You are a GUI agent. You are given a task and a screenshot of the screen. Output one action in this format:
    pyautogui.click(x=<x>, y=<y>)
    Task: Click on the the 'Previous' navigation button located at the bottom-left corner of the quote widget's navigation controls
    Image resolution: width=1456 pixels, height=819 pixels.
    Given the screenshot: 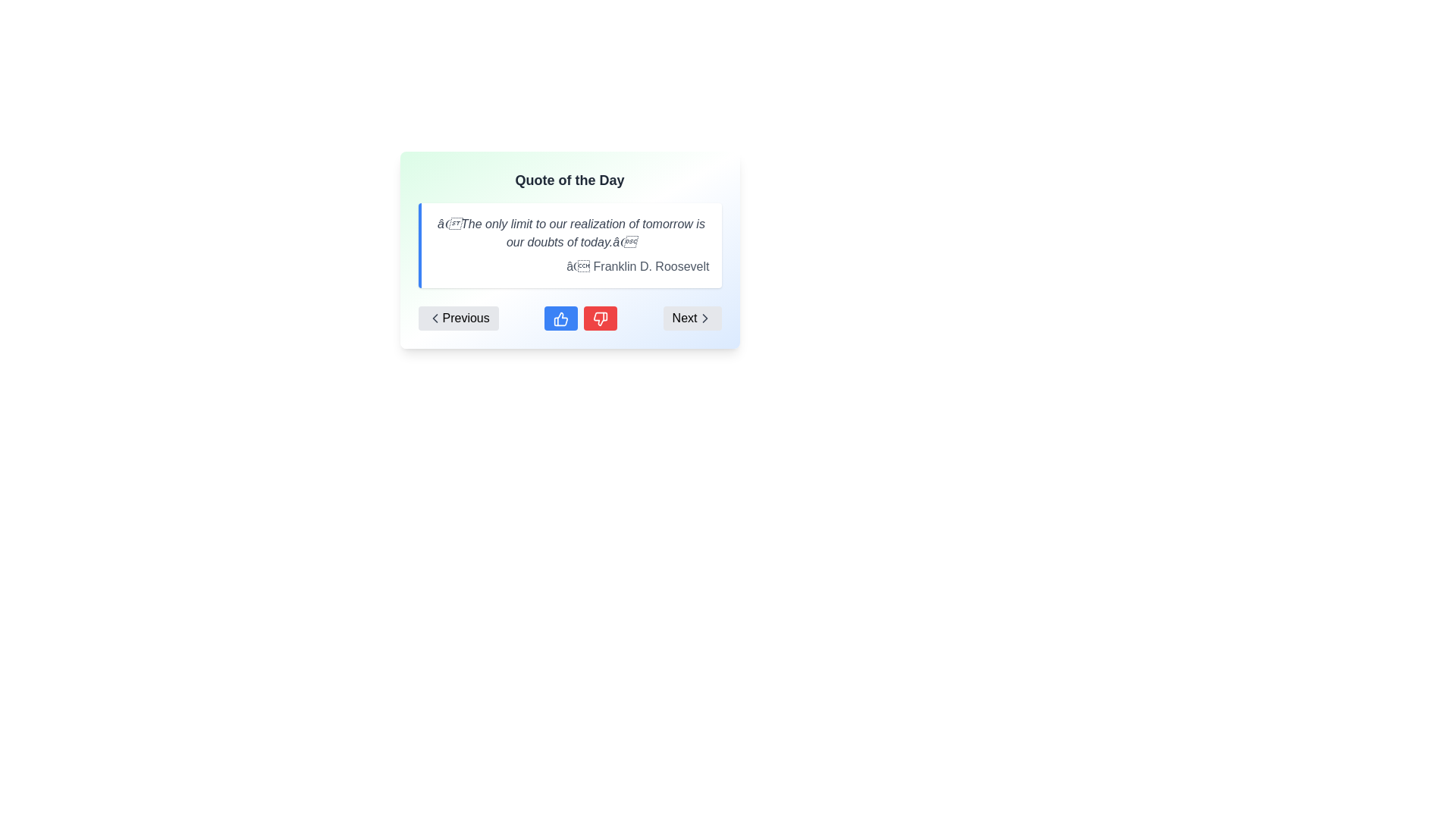 What is the action you would take?
    pyautogui.click(x=457, y=318)
    